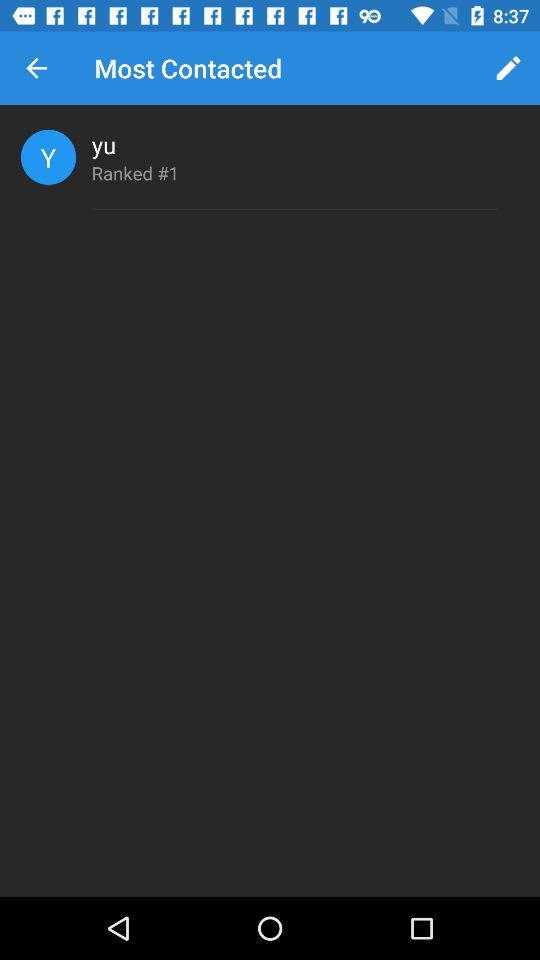  I want to click on the item below the ranked #1 icon, so click(293, 209).